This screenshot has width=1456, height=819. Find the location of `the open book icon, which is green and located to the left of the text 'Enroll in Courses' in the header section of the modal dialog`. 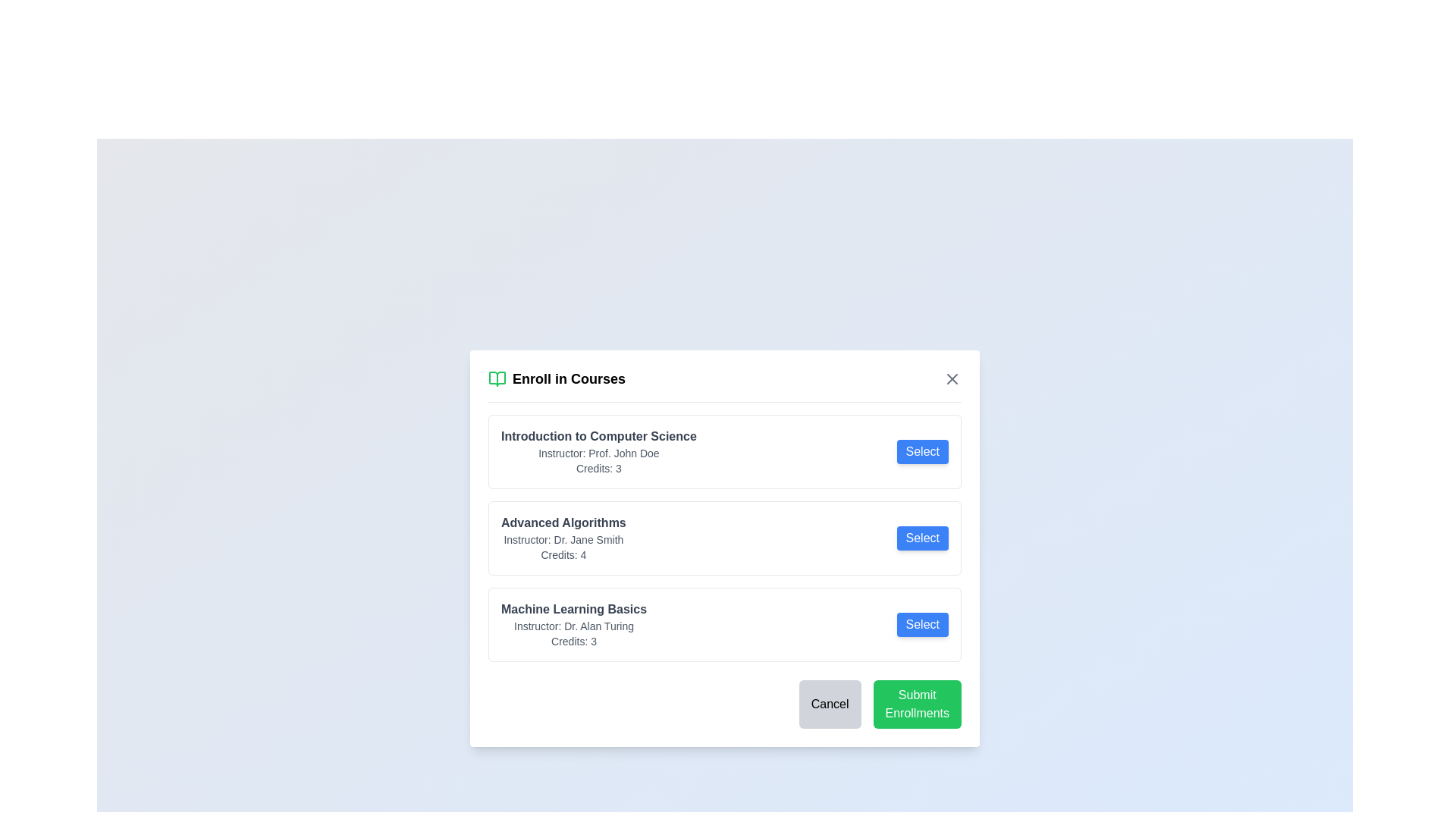

the open book icon, which is green and located to the left of the text 'Enroll in Courses' in the header section of the modal dialog is located at coordinates (497, 377).